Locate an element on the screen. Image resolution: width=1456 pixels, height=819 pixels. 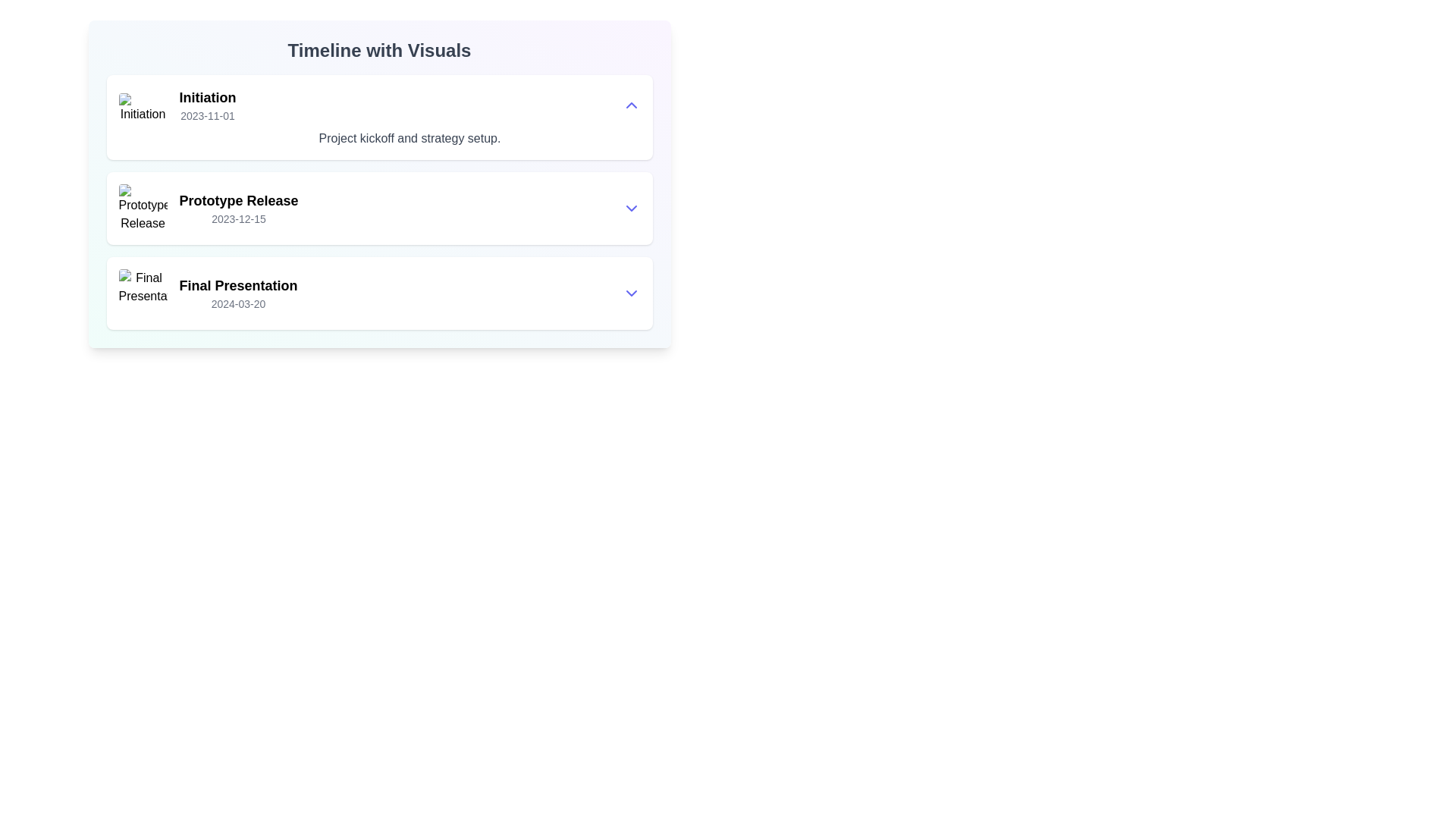
the 'Final Presentation' timeline card, which is the third entry is located at coordinates (379, 293).